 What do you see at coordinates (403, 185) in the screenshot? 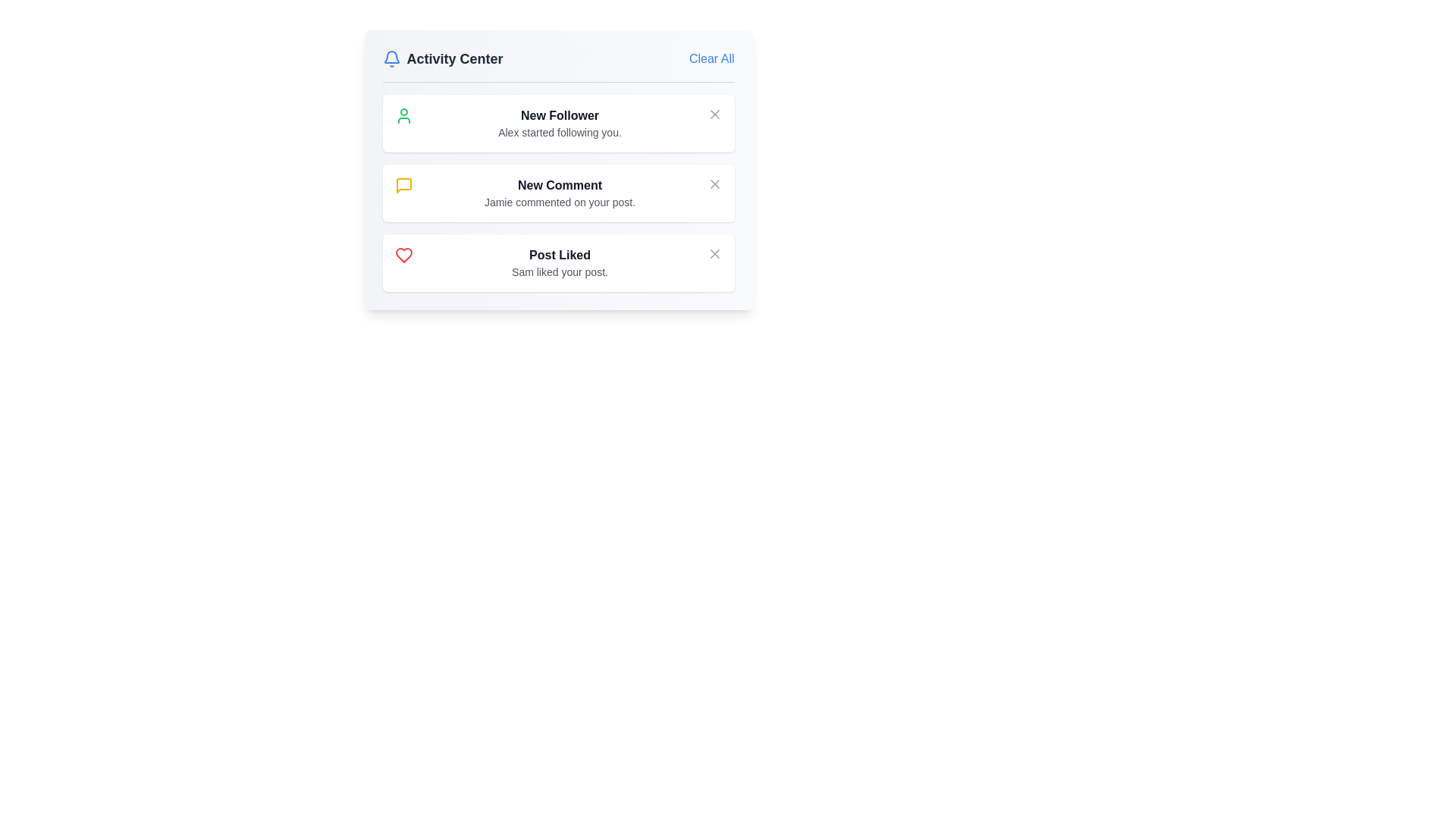
I see `the yellow speech bubble icon representing the 'New Comment' notification in the activity list, located on the left side of the second entry` at bounding box center [403, 185].